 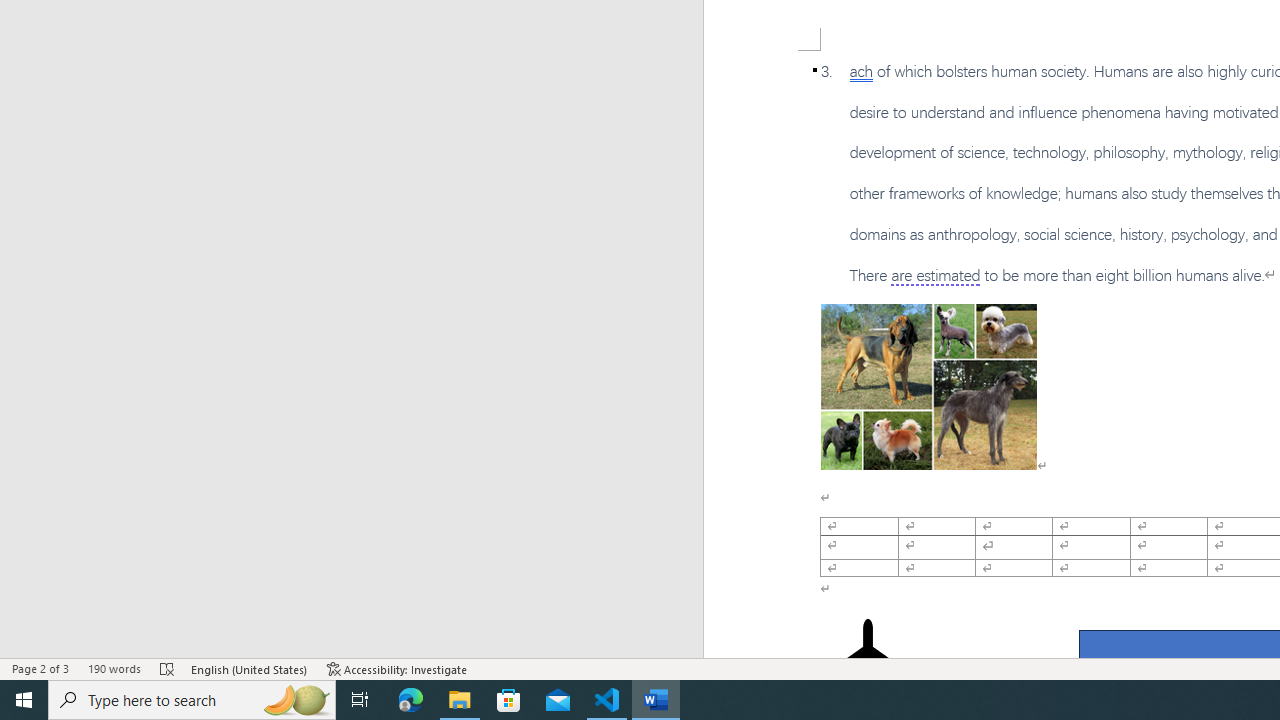 I want to click on 'Page Number Page 2 of 3', so click(x=40, y=669).